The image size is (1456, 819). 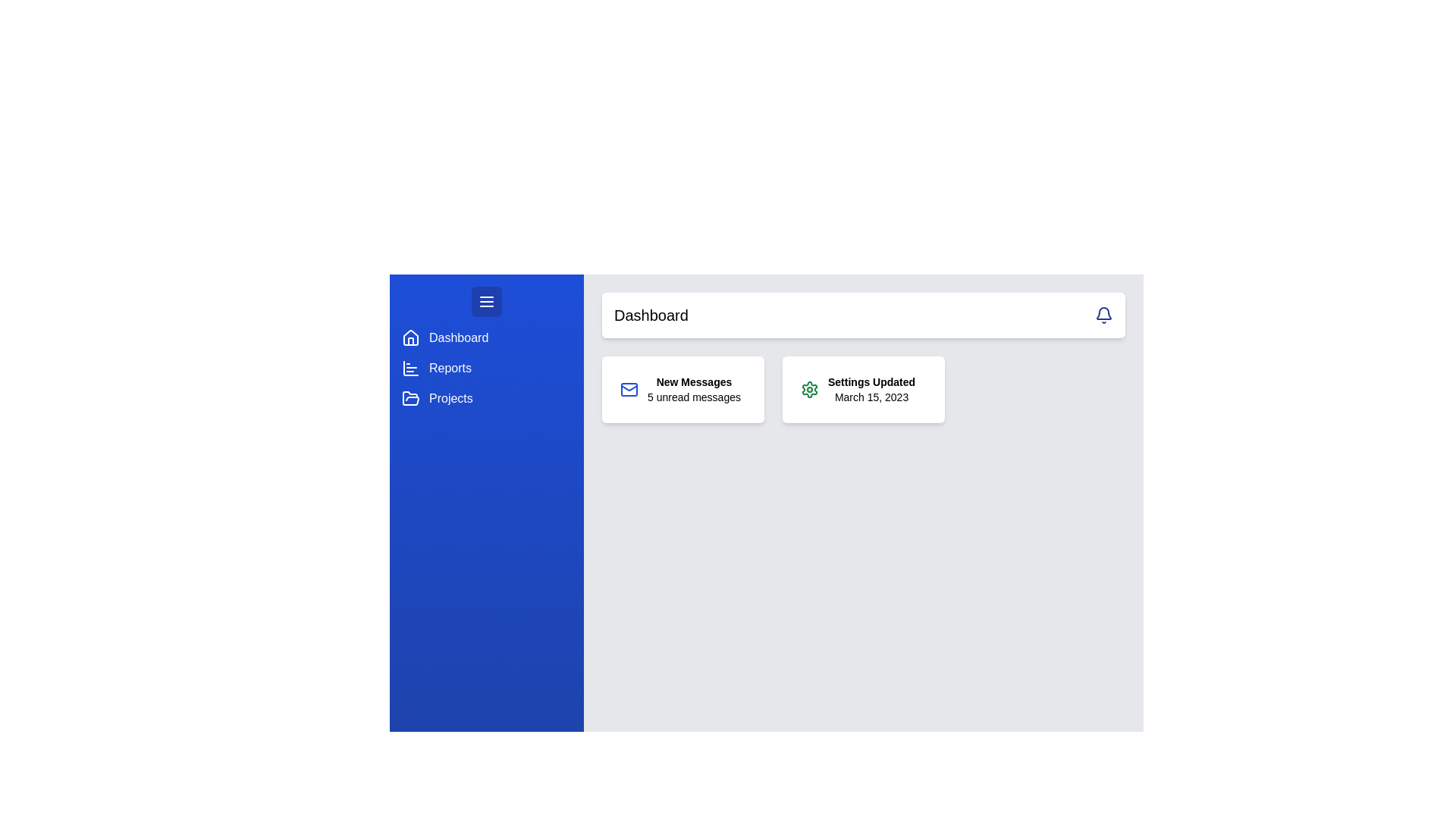 I want to click on the 'Projects' text label in the vertical navigation bar, so click(x=450, y=397).